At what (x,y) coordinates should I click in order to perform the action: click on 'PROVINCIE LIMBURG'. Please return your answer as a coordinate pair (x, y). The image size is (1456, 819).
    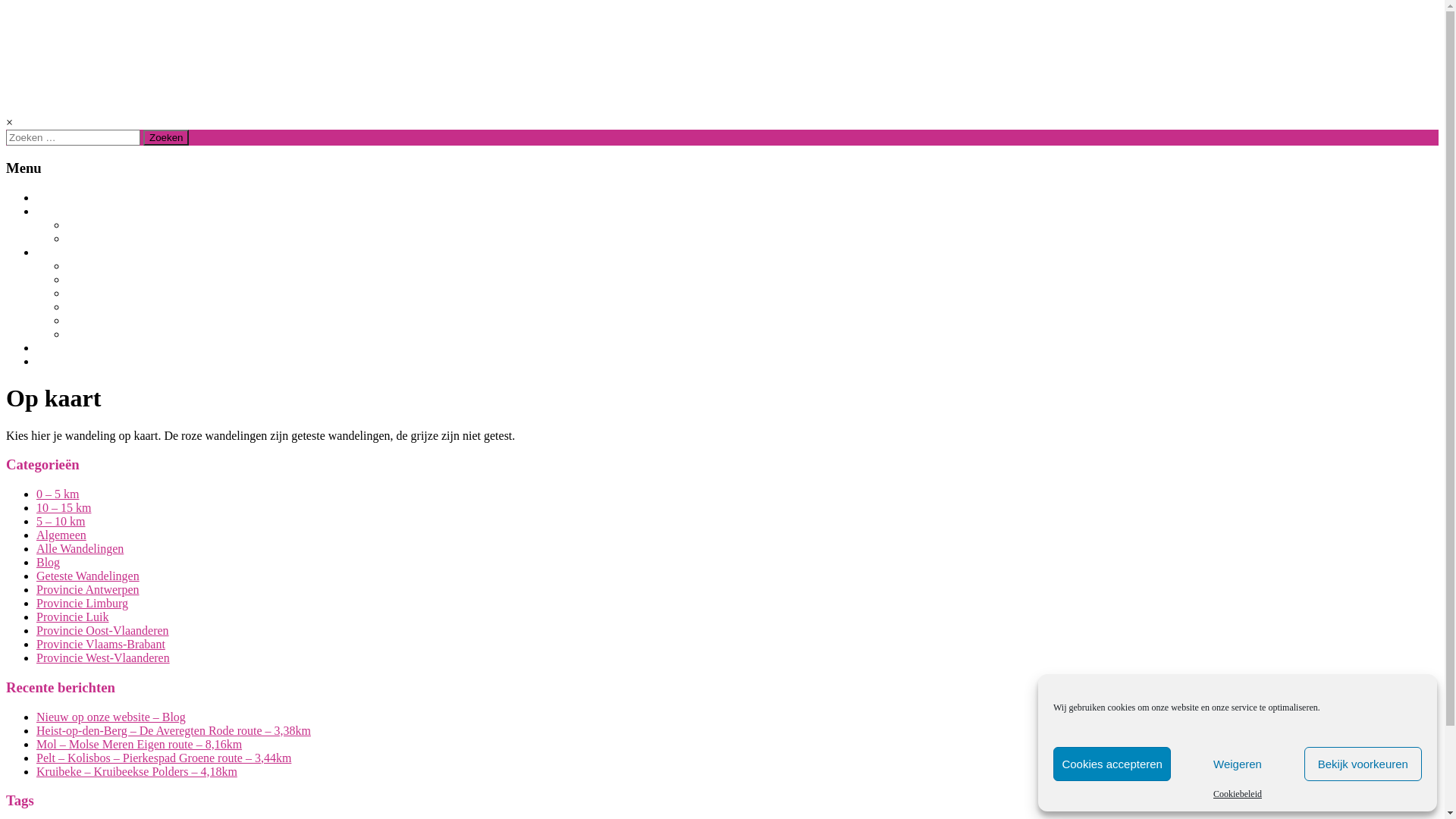
    Looking at the image, I should click on (122, 265).